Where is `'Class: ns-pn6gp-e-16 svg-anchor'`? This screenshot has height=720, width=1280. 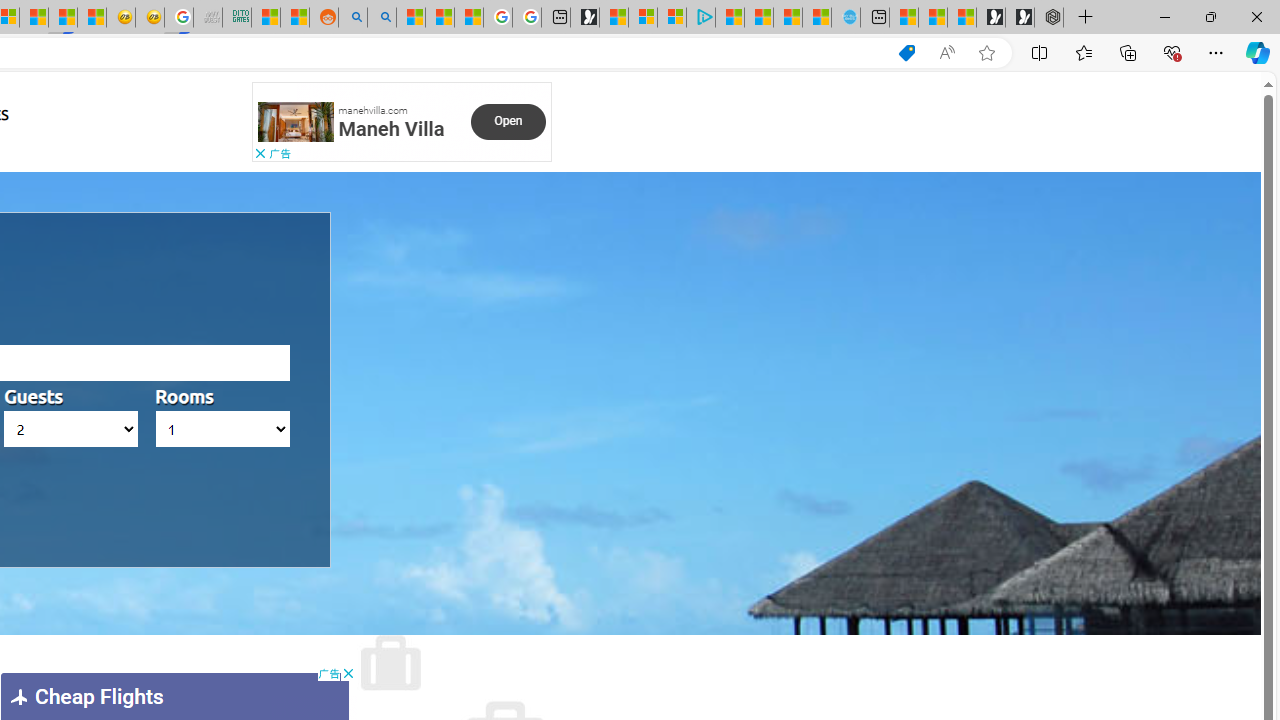 'Class: ns-pn6gp-e-16 svg-anchor' is located at coordinates (295, 122).